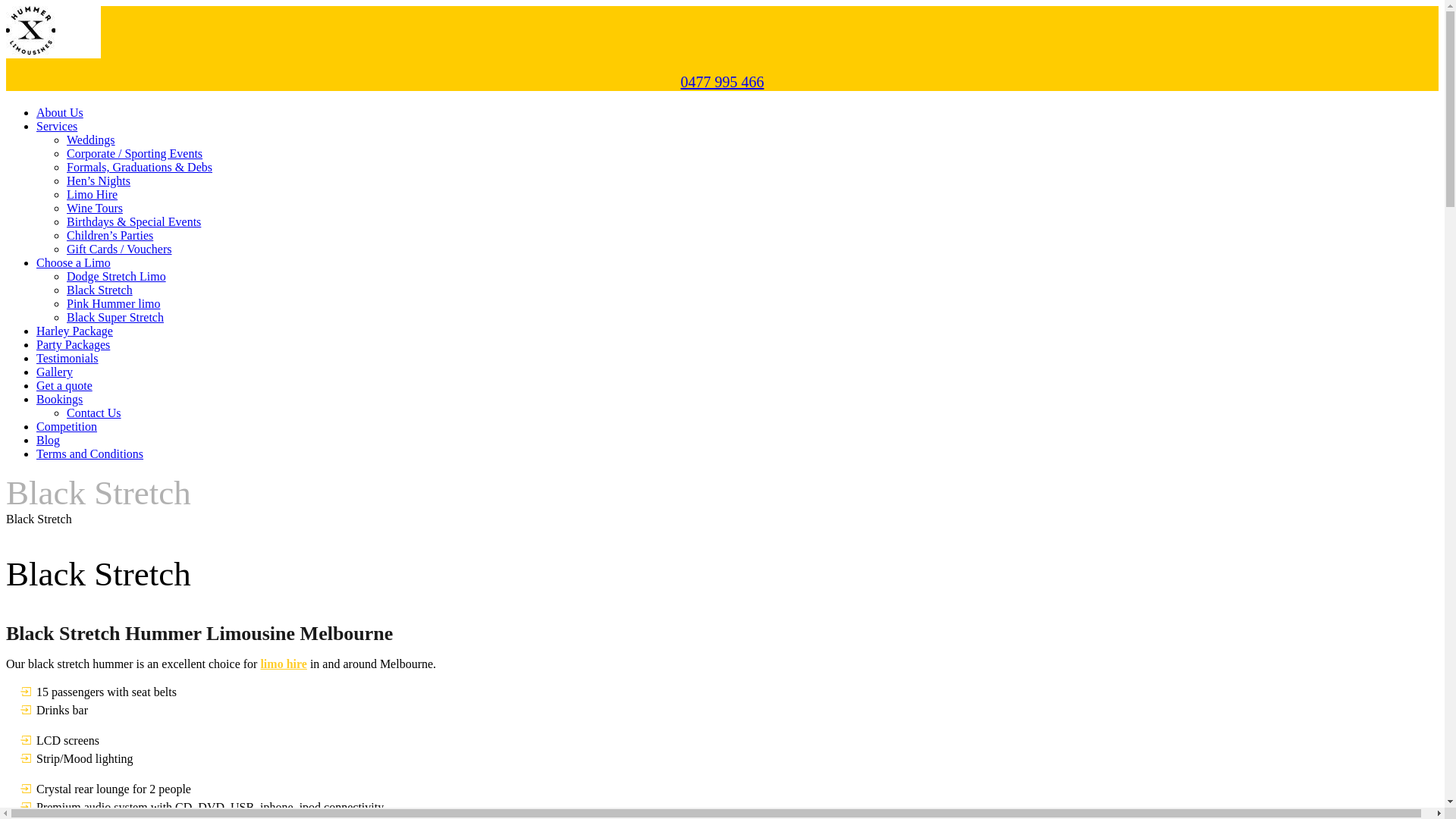 This screenshot has width=1456, height=819. What do you see at coordinates (59, 398) in the screenshot?
I see `'Bookings'` at bounding box center [59, 398].